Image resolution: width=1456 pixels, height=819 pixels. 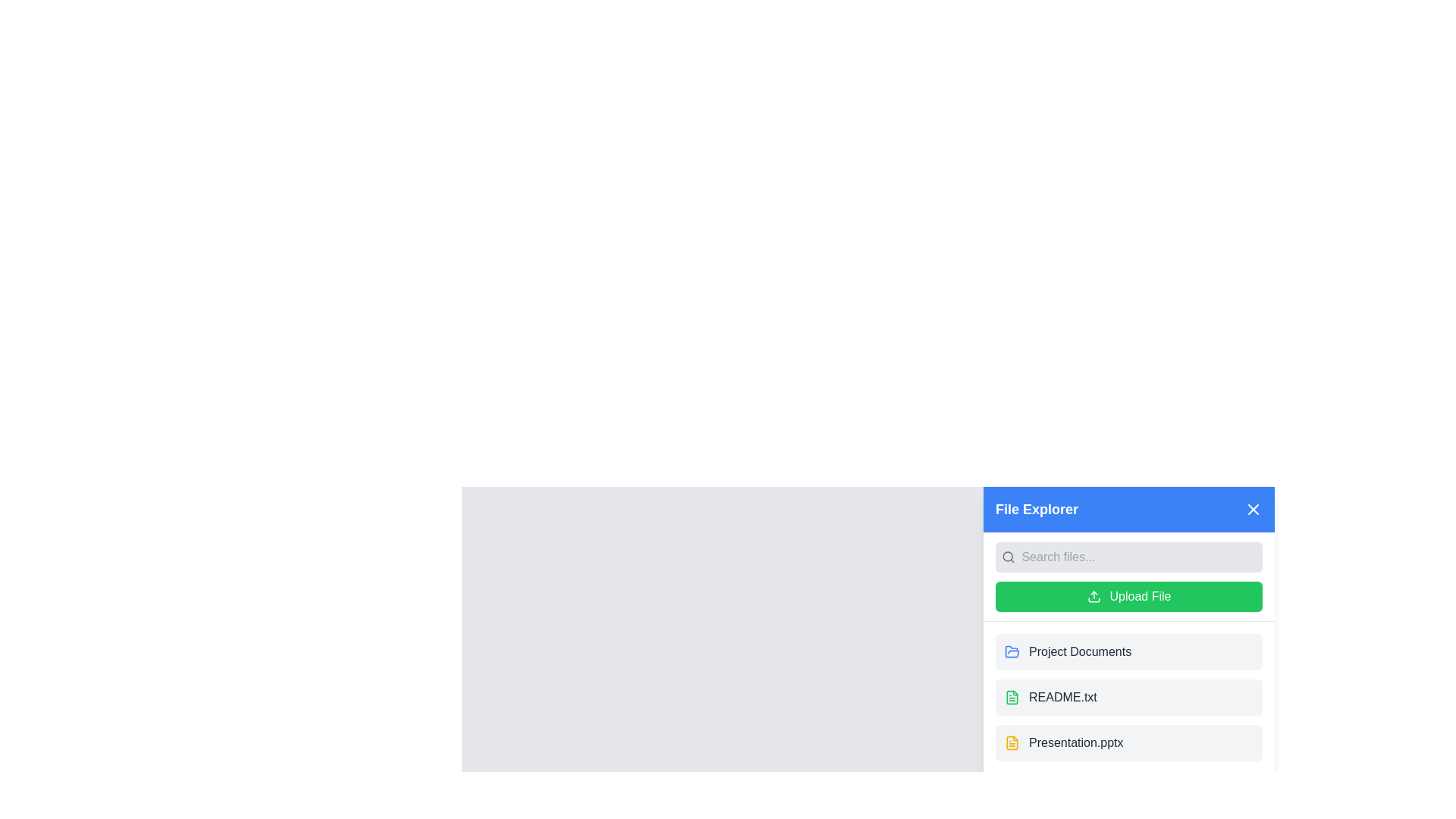 I want to click on the 'README.txt' text label, so click(x=1062, y=698).